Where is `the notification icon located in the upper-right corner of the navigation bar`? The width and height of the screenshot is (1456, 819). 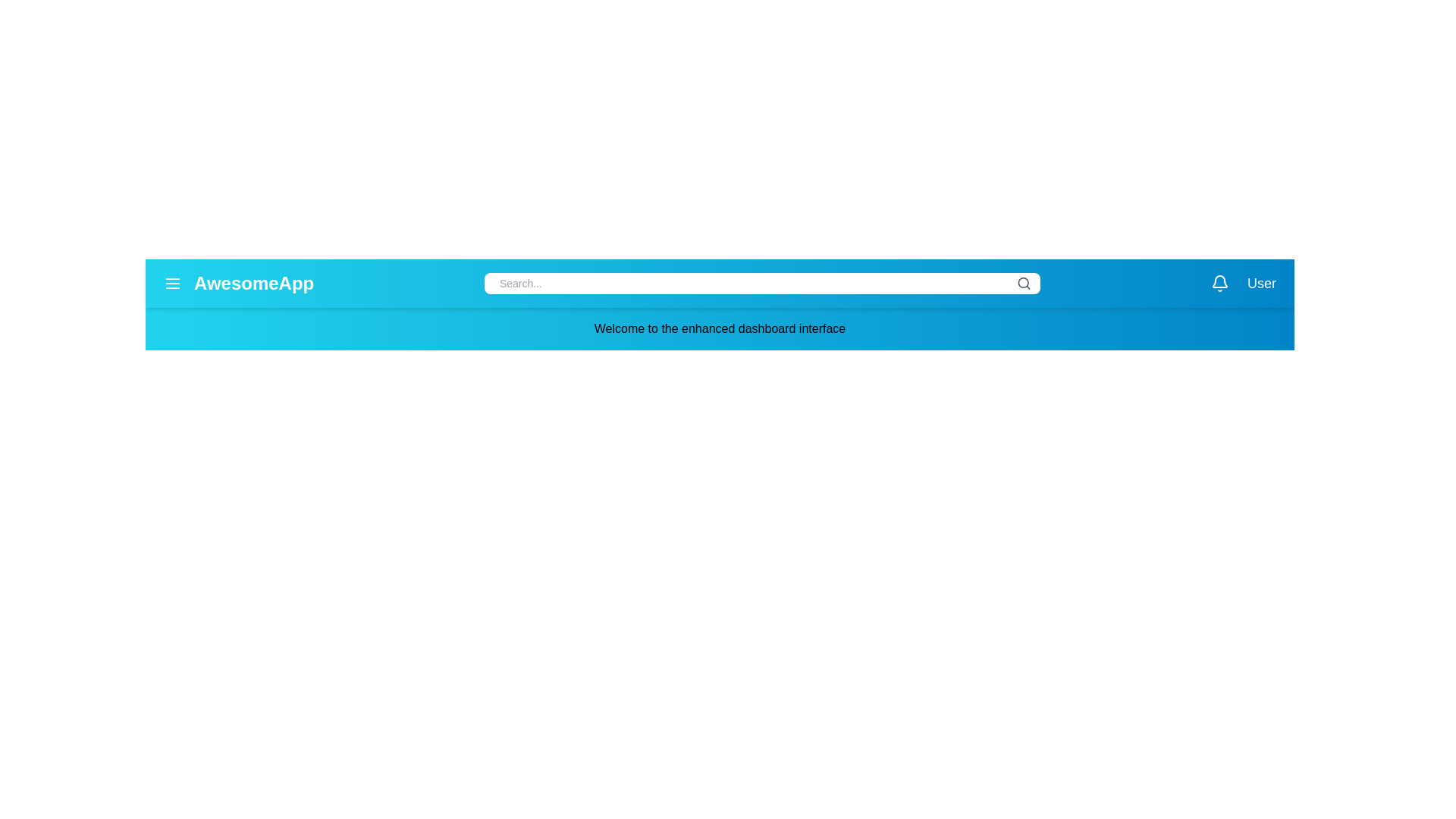 the notification icon located in the upper-right corner of the navigation bar is located at coordinates (1219, 284).